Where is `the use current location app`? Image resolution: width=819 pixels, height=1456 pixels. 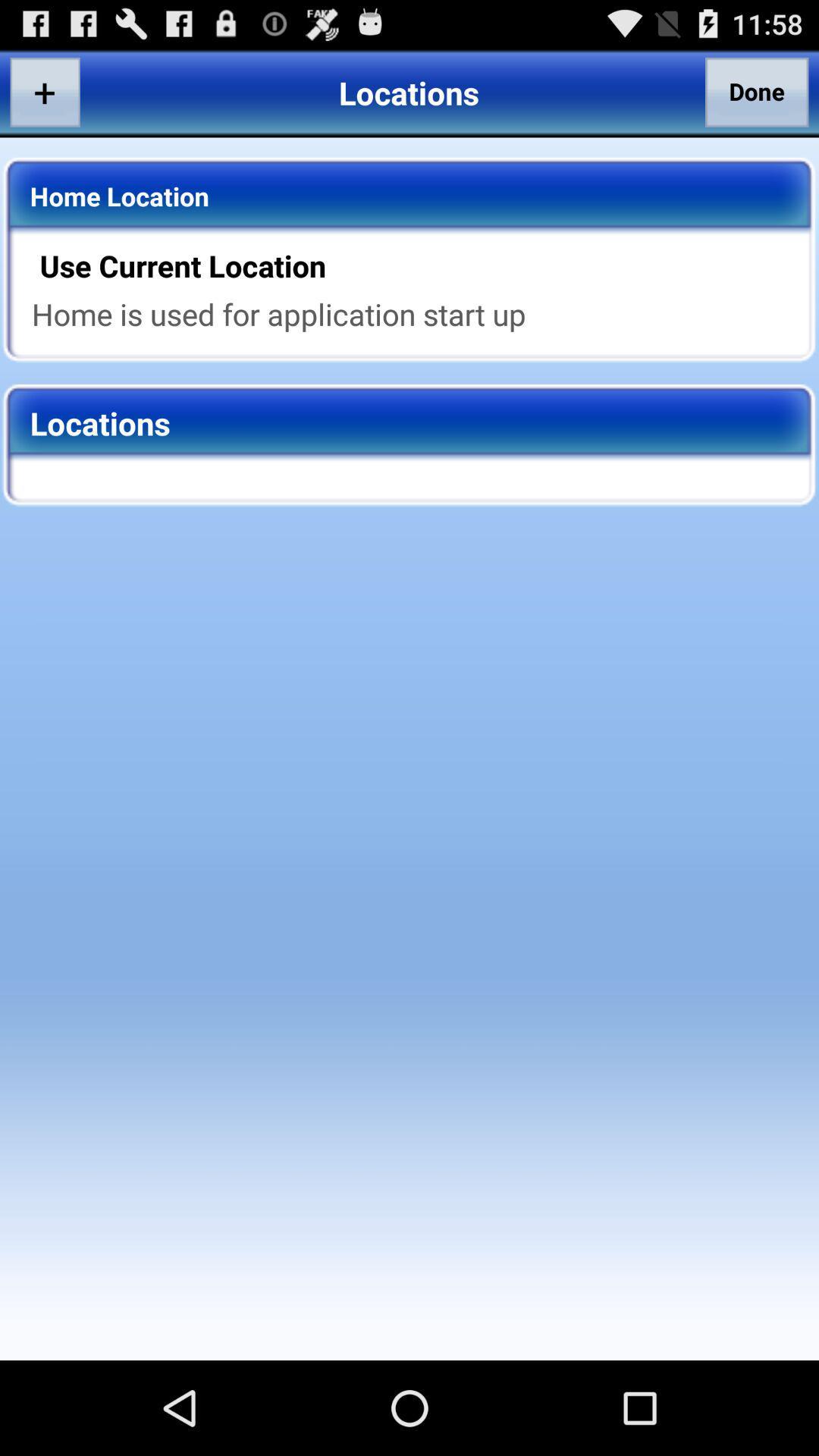 the use current location app is located at coordinates (419, 265).